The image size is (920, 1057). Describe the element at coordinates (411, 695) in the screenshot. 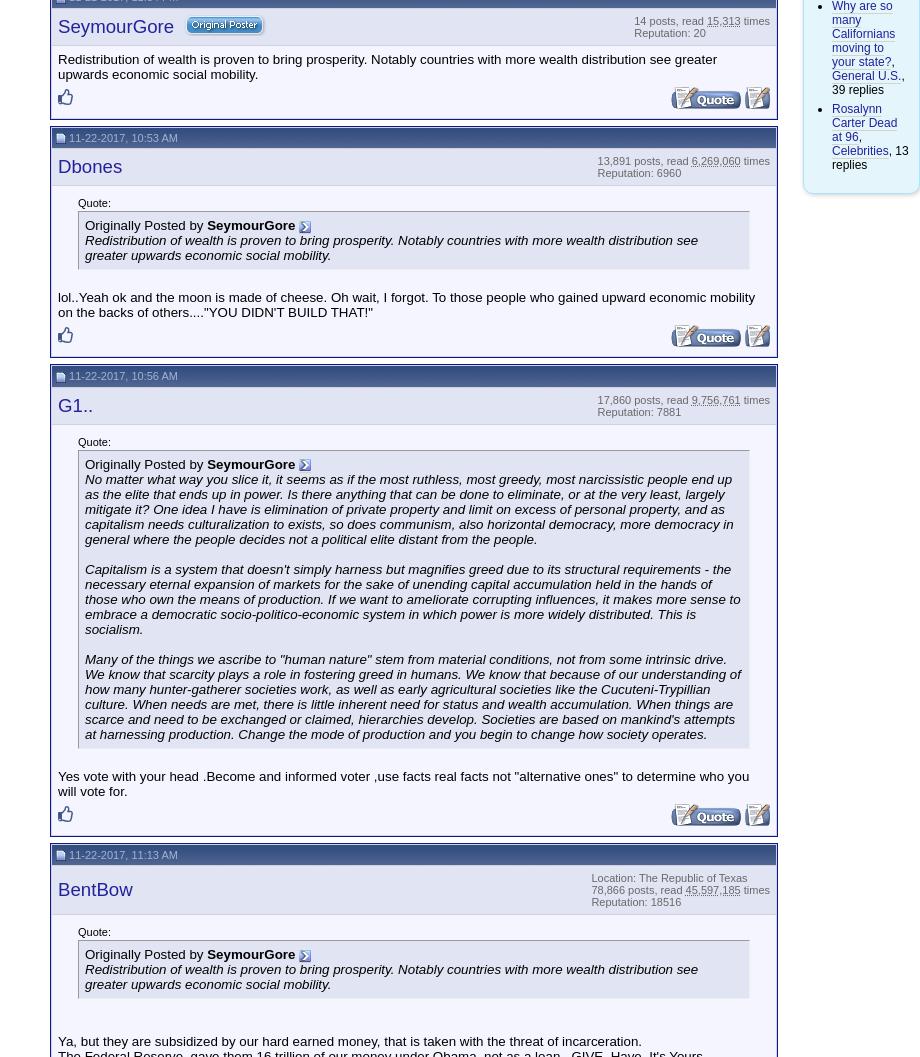

I see `'Many of the things we ascribe to "human nature" stem from material conditions, not from some intrinsic drive. We know that scarcity plays a role in fostering greed in humans. We know that because of our understanding of how many hunter-gatherer societies work, as well as early agricultural societies like the Cucuteni-Trypillian culture. When needs are met, there is little inherent need for status and wealth accumulation. When things are scarce and need to be exchanged or claimed, hierarchies develop. Societies are based on mankind's attempts at harnessing production. Change the mode of production and you begin to change how society operates.'` at that location.